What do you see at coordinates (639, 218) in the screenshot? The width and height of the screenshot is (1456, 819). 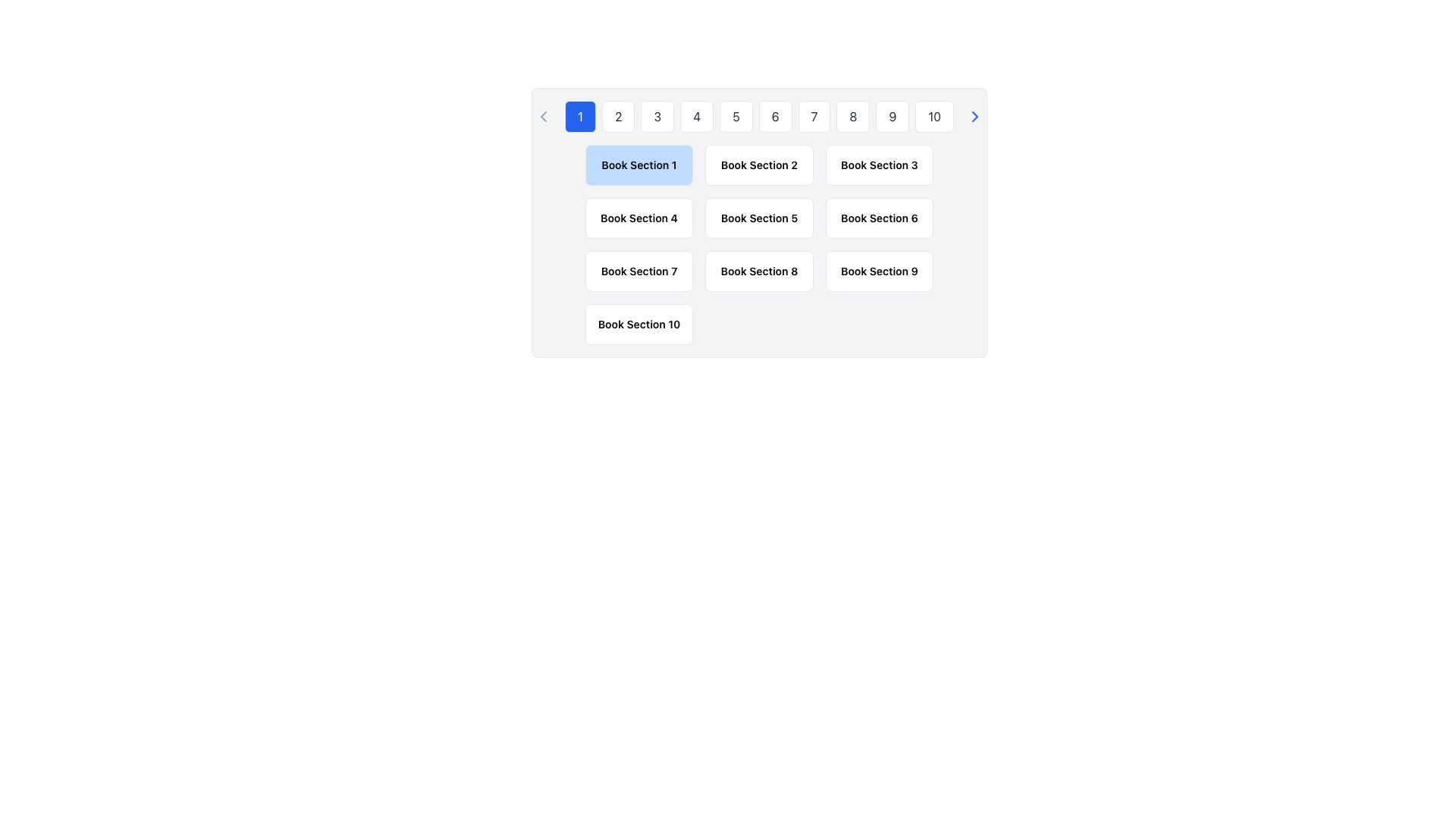 I see `the grid cell labeled 'Book Section 4', which is styled as a clickable block and is part of a grid layout` at bounding box center [639, 218].